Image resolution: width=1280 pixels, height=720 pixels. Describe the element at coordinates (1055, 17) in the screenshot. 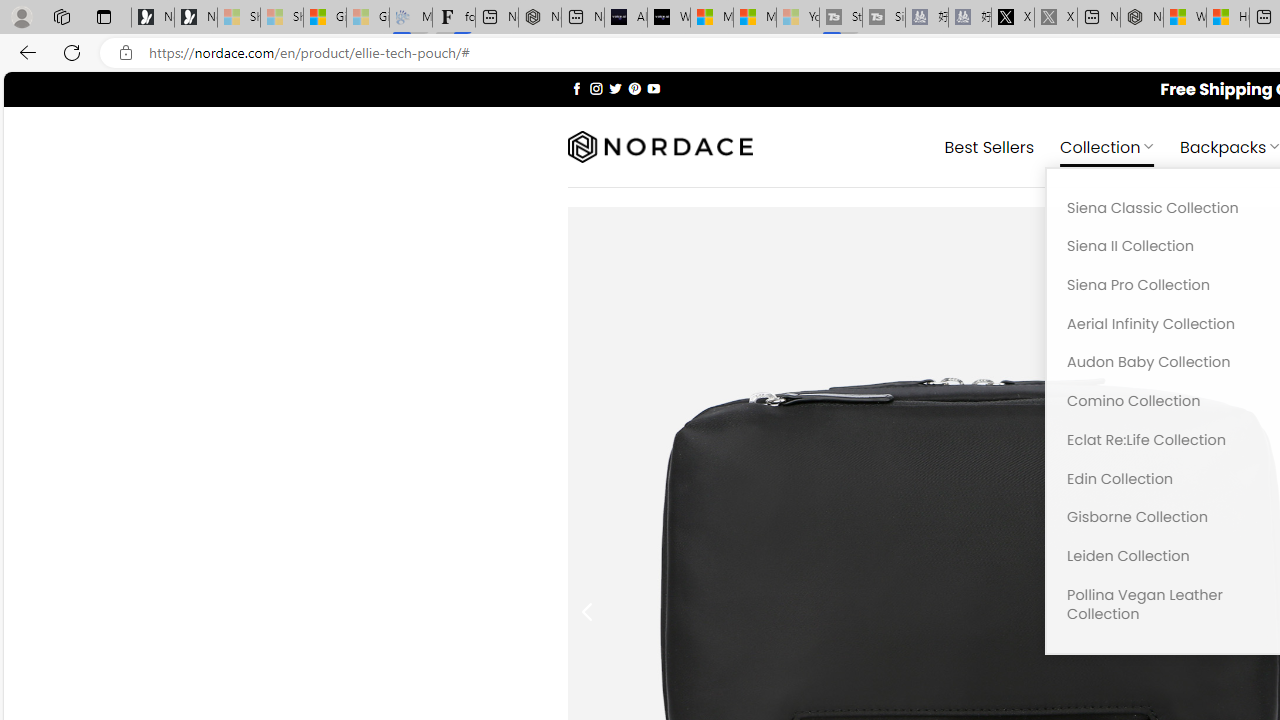

I see `'X - Sleeping'` at that location.